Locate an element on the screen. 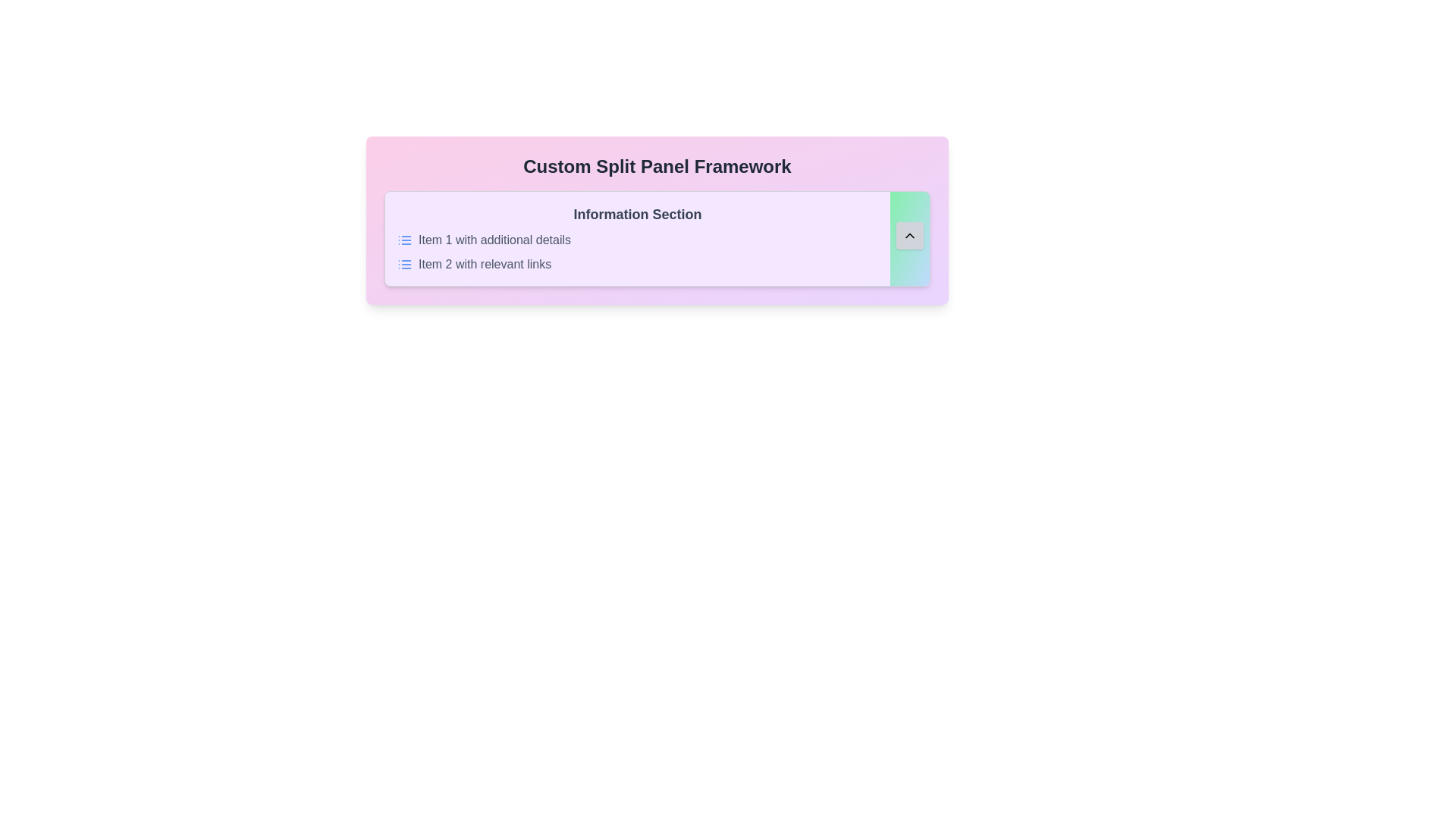  the icon representing the item category for 'Item 1 with additional details', which is positioned at the left of the text in a vertically stacked list is located at coordinates (404, 239).